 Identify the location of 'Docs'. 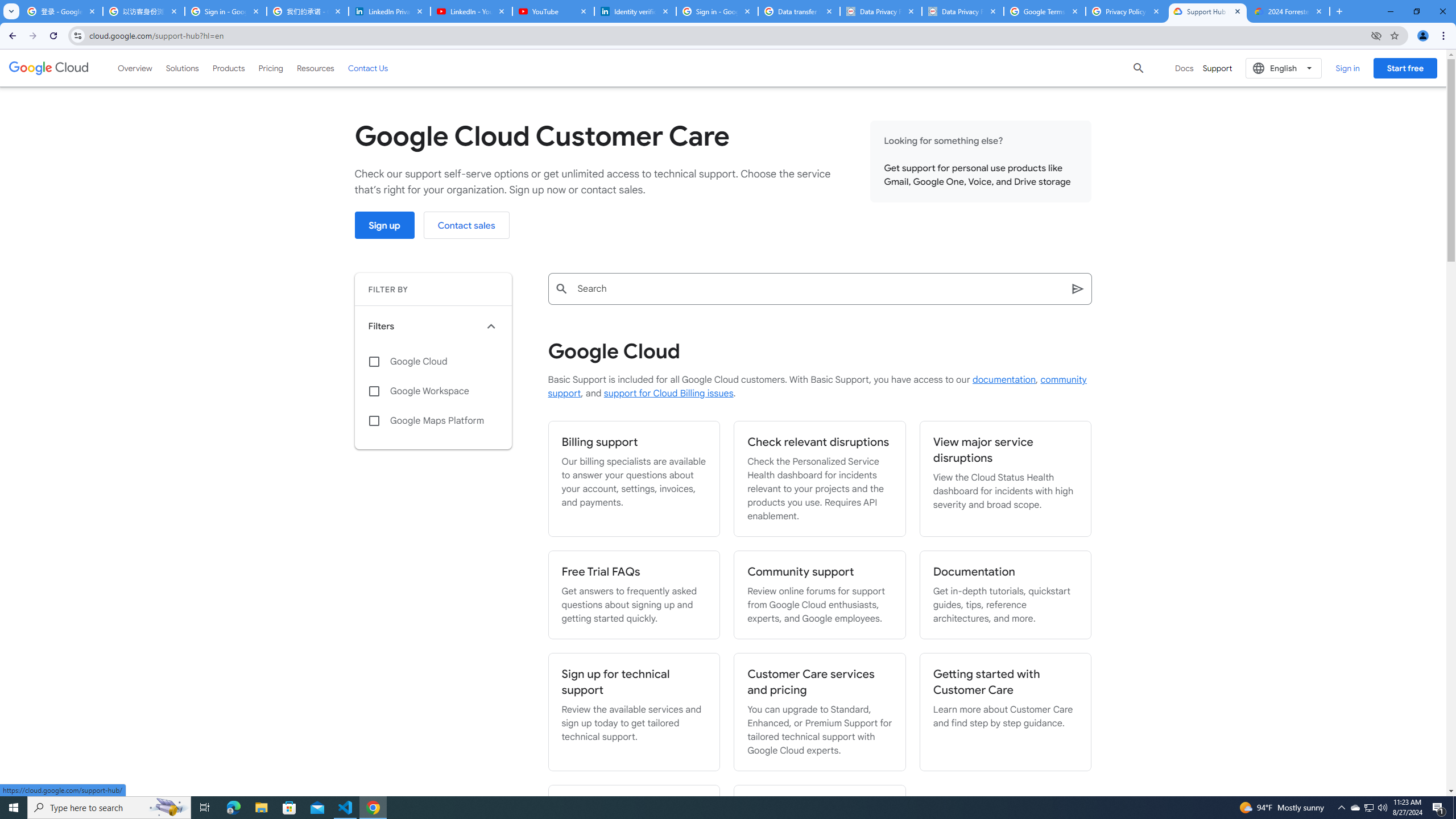
(1184, 67).